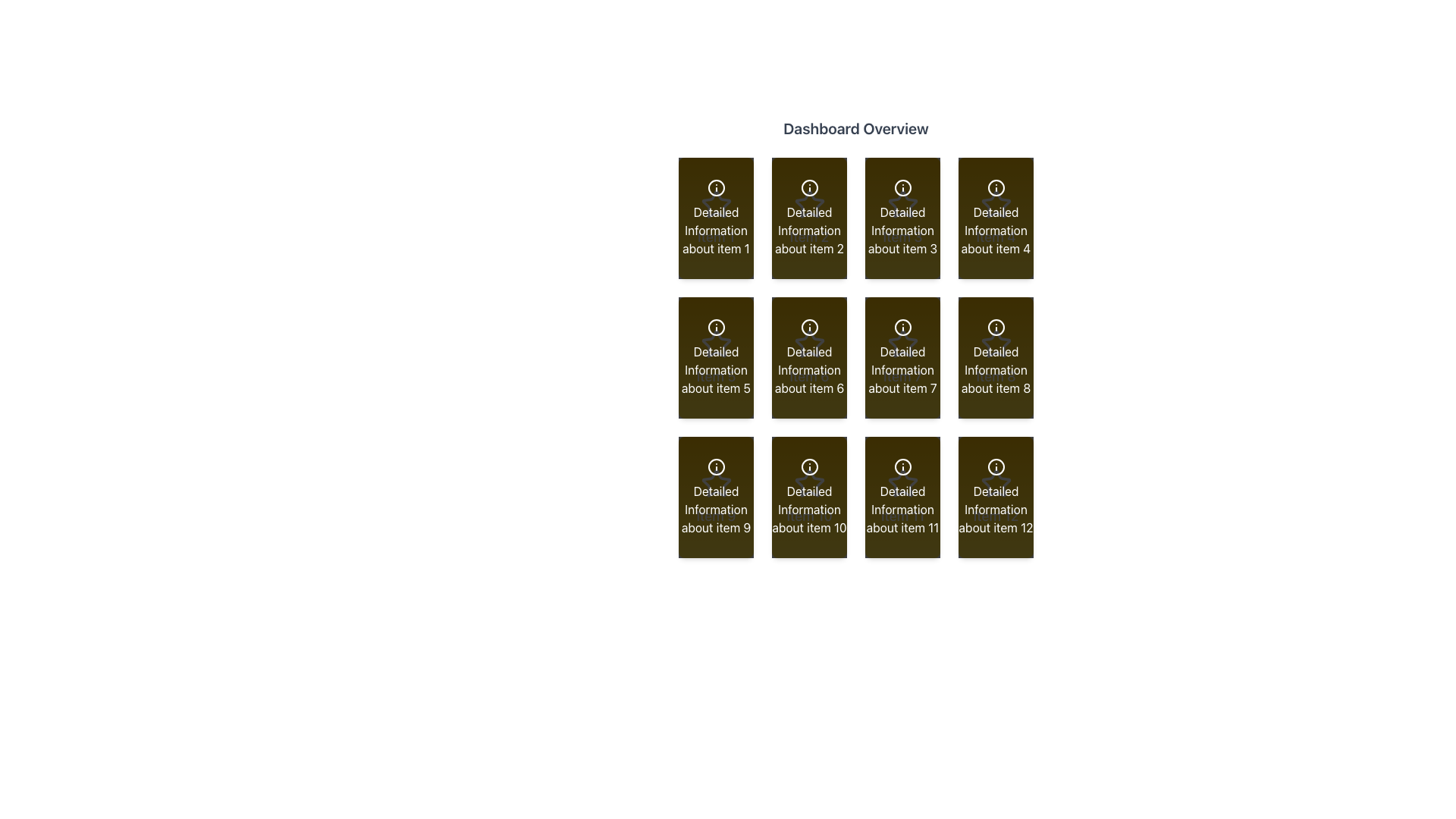 The height and width of the screenshot is (819, 1456). Describe the element at coordinates (902, 327) in the screenshot. I see `the SVG icon representing an 'information' symbol, which is located in the center of the tile labeled 'Detailed Information about item 7'` at that location.